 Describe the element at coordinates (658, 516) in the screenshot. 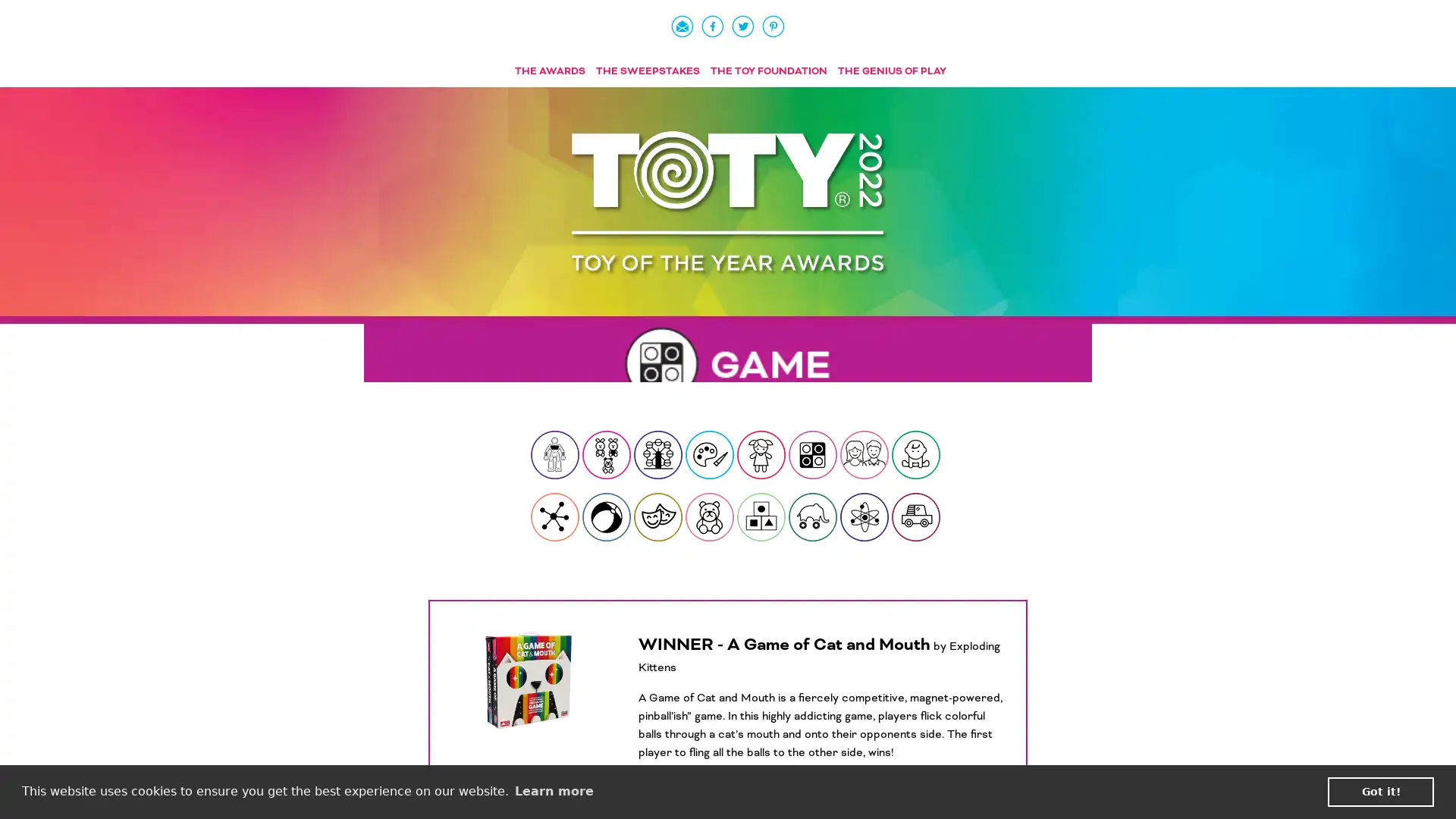

I see `Submit` at that location.